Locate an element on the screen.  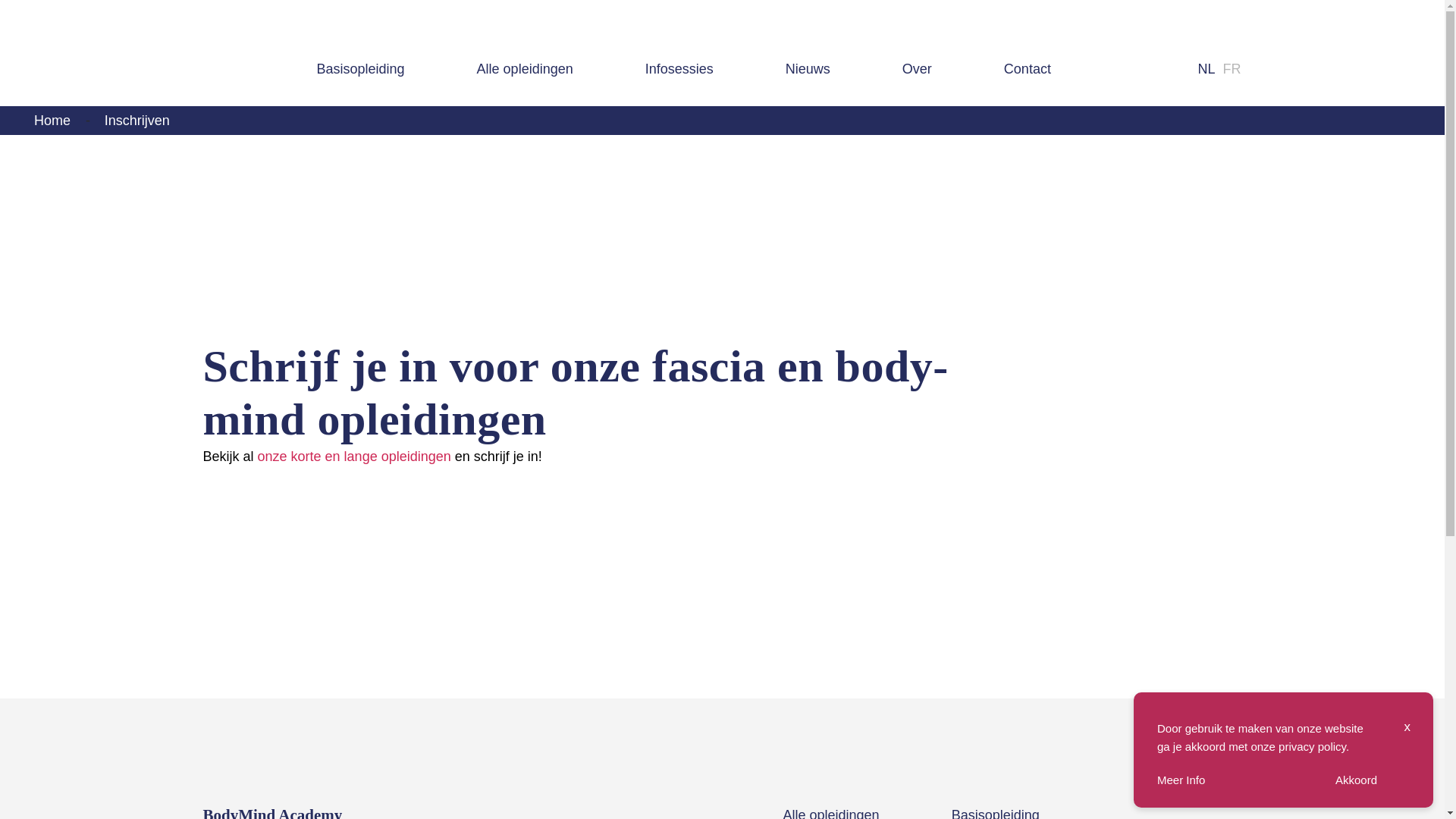
'Inschrijven' is located at coordinates (137, 119).